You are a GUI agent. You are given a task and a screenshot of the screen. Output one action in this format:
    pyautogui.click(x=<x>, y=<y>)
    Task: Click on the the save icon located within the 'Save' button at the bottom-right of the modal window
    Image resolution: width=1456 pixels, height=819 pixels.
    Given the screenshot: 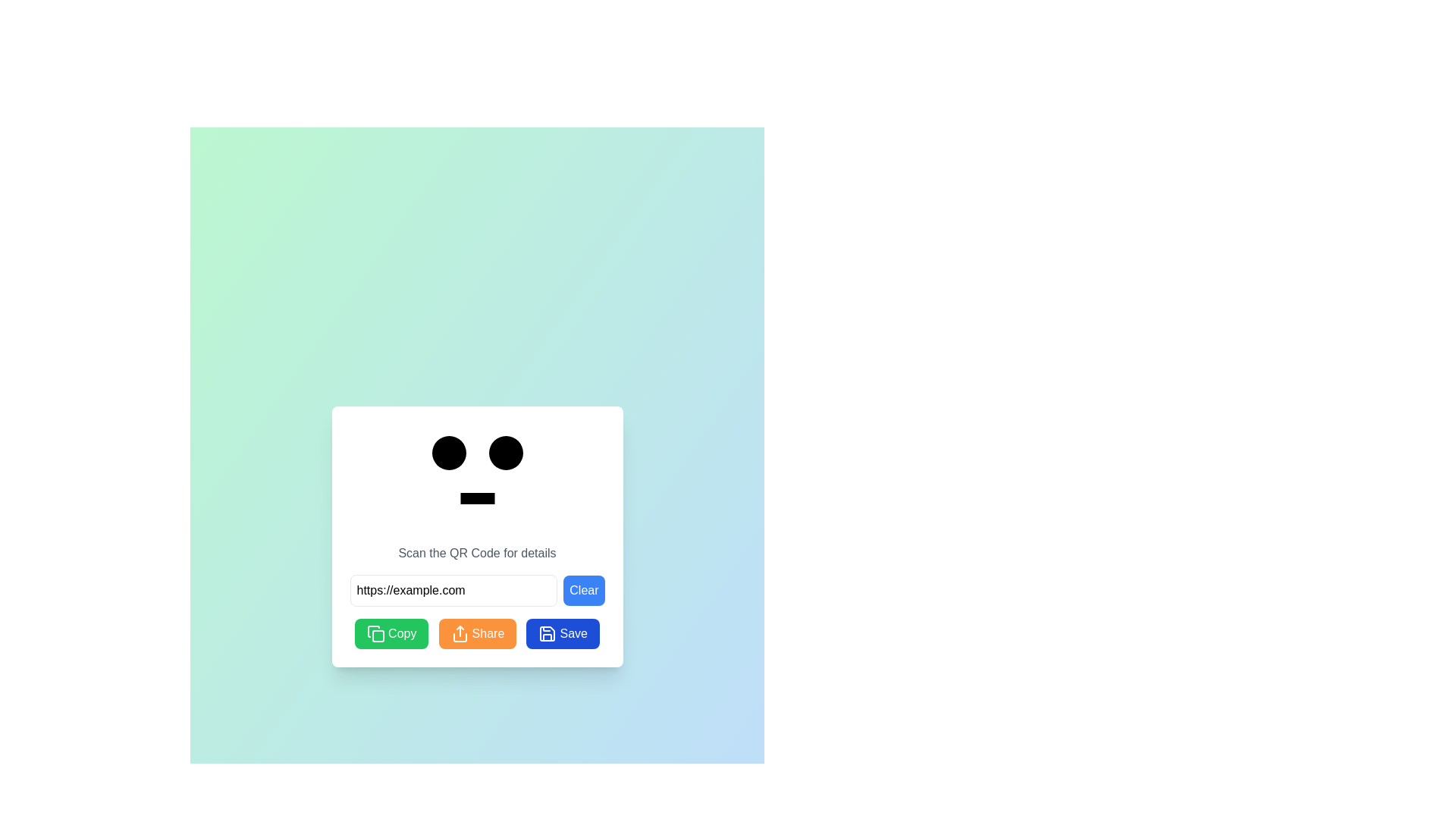 What is the action you would take?
    pyautogui.click(x=547, y=634)
    